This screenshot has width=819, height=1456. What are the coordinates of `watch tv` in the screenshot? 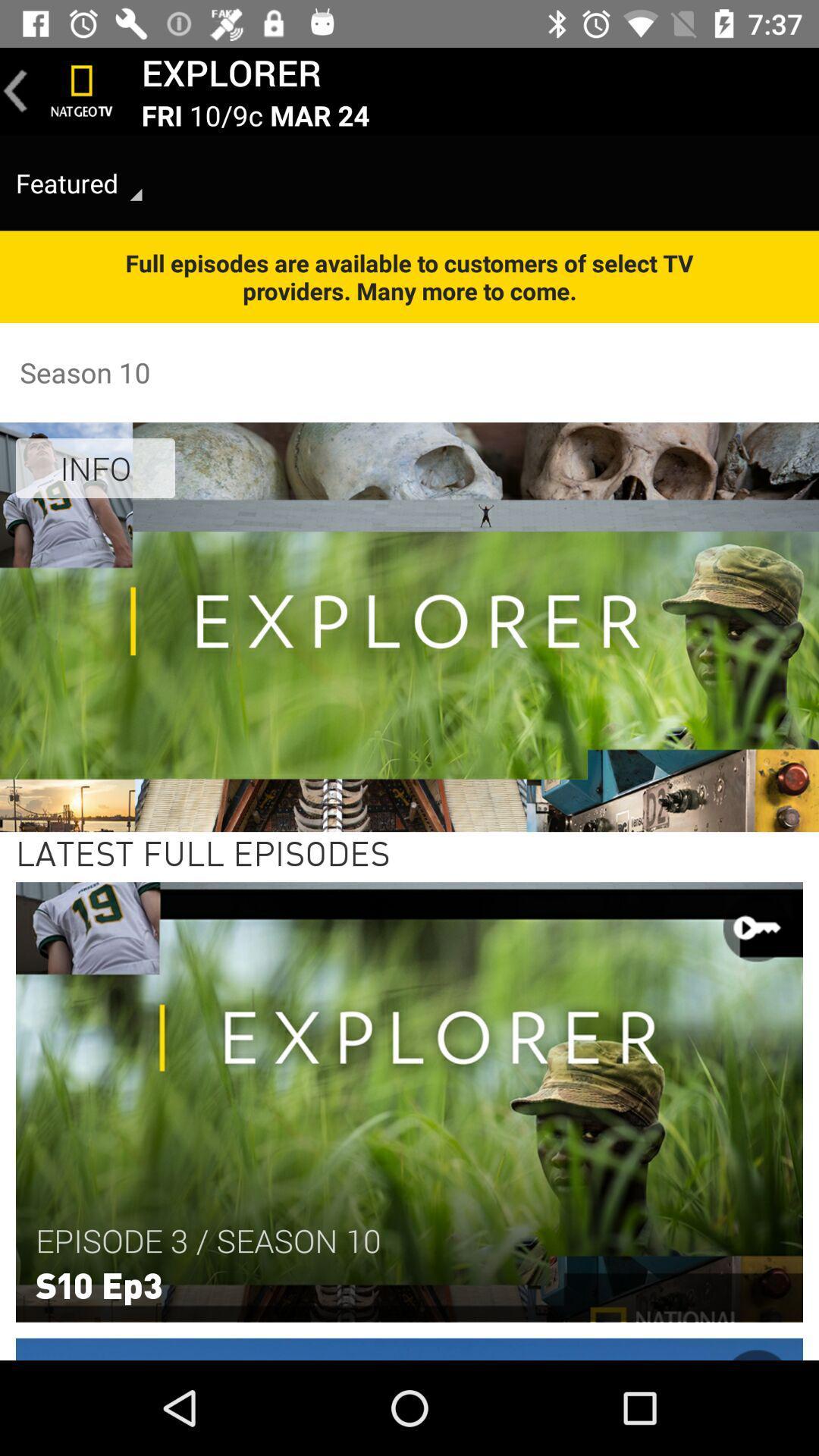 It's located at (82, 90).